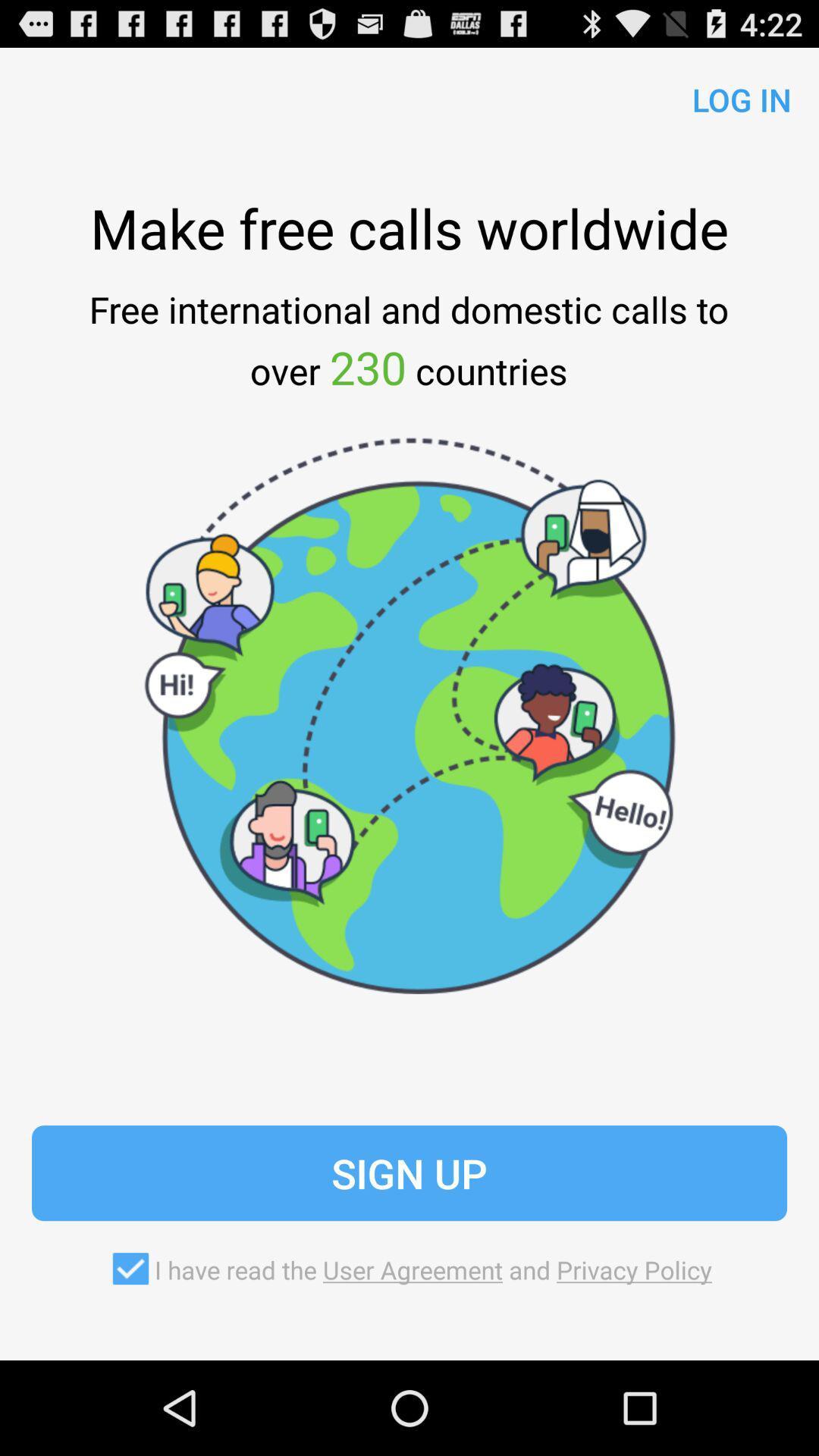  I want to click on the item below sign up, so click(409, 1269).